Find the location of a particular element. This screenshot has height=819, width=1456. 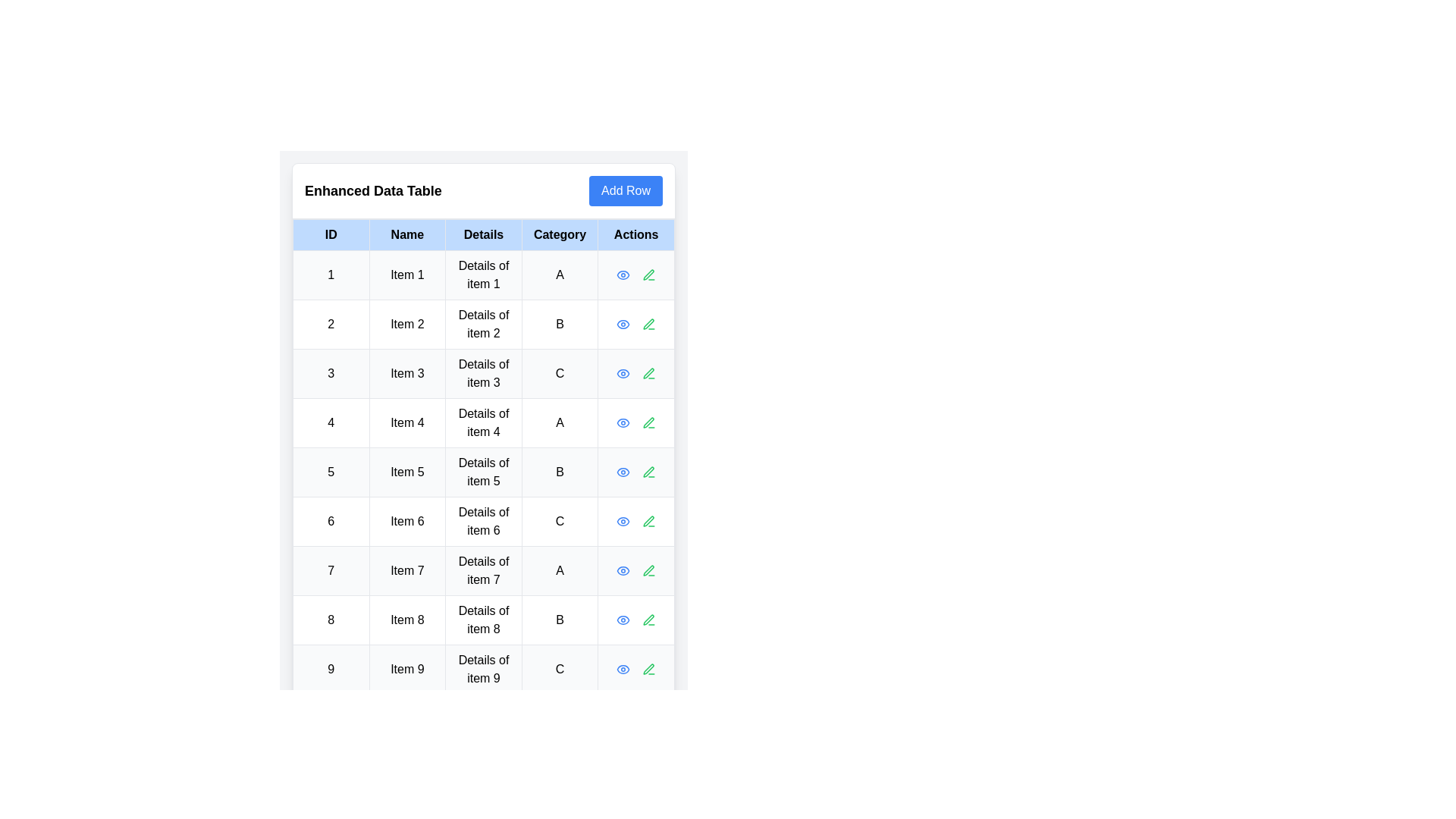

the Numerical display cell located in the first column of the fifth row of the table, which displays the identifier or index number is located at coordinates (330, 472).